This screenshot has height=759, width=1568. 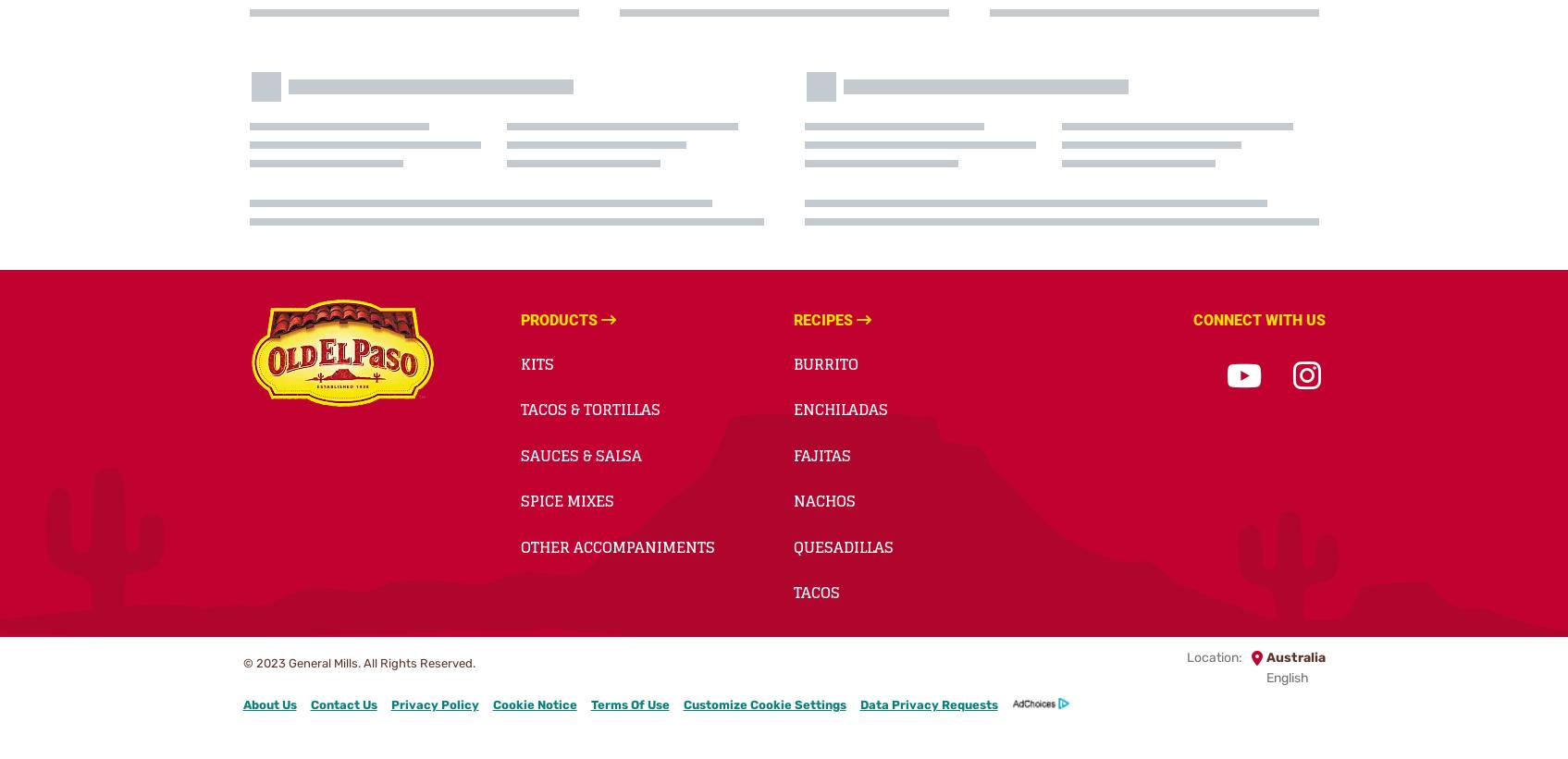 What do you see at coordinates (537, 362) in the screenshot?
I see `'Kits'` at bounding box center [537, 362].